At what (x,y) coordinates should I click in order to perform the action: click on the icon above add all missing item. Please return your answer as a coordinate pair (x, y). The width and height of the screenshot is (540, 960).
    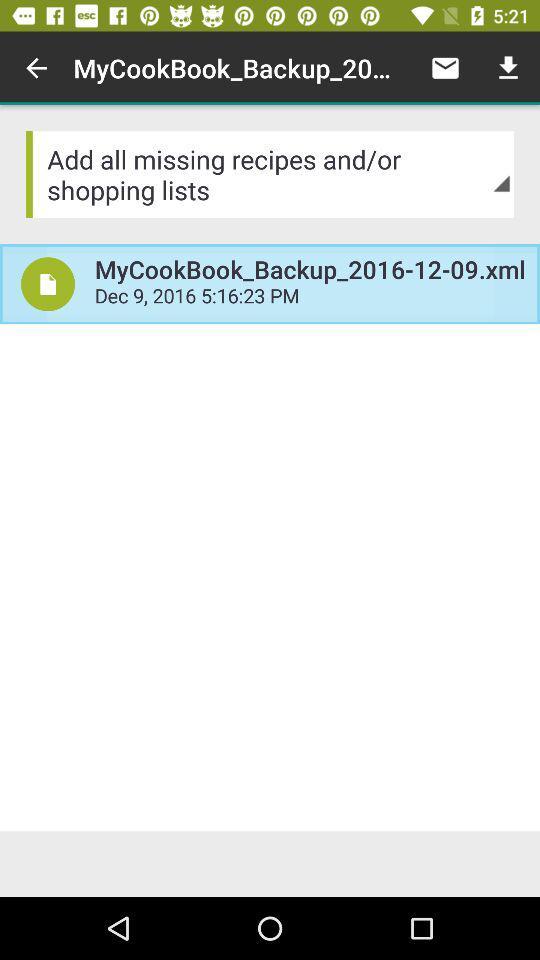
    Looking at the image, I should click on (508, 68).